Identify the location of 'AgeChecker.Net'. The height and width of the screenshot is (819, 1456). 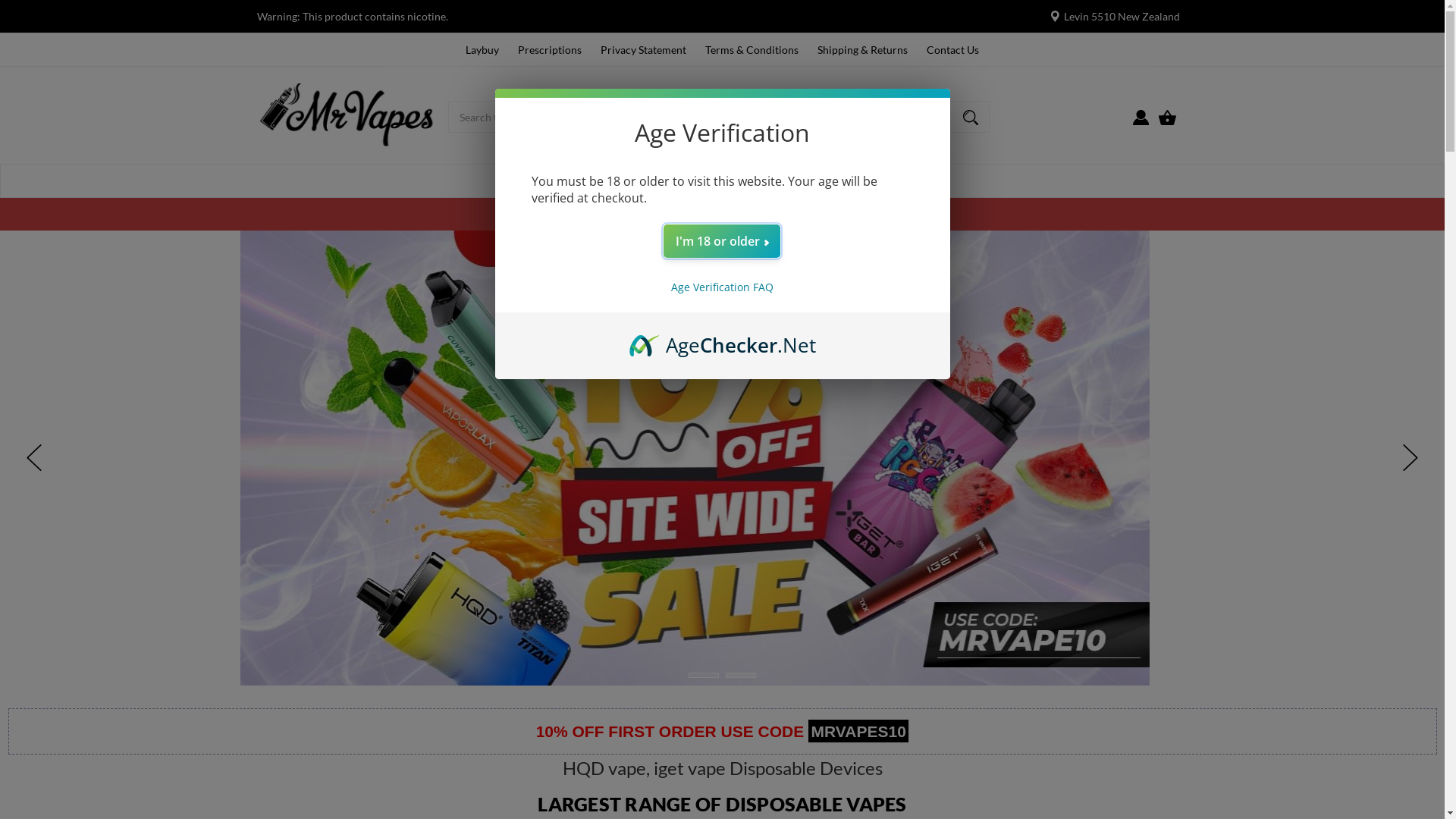
(722, 338).